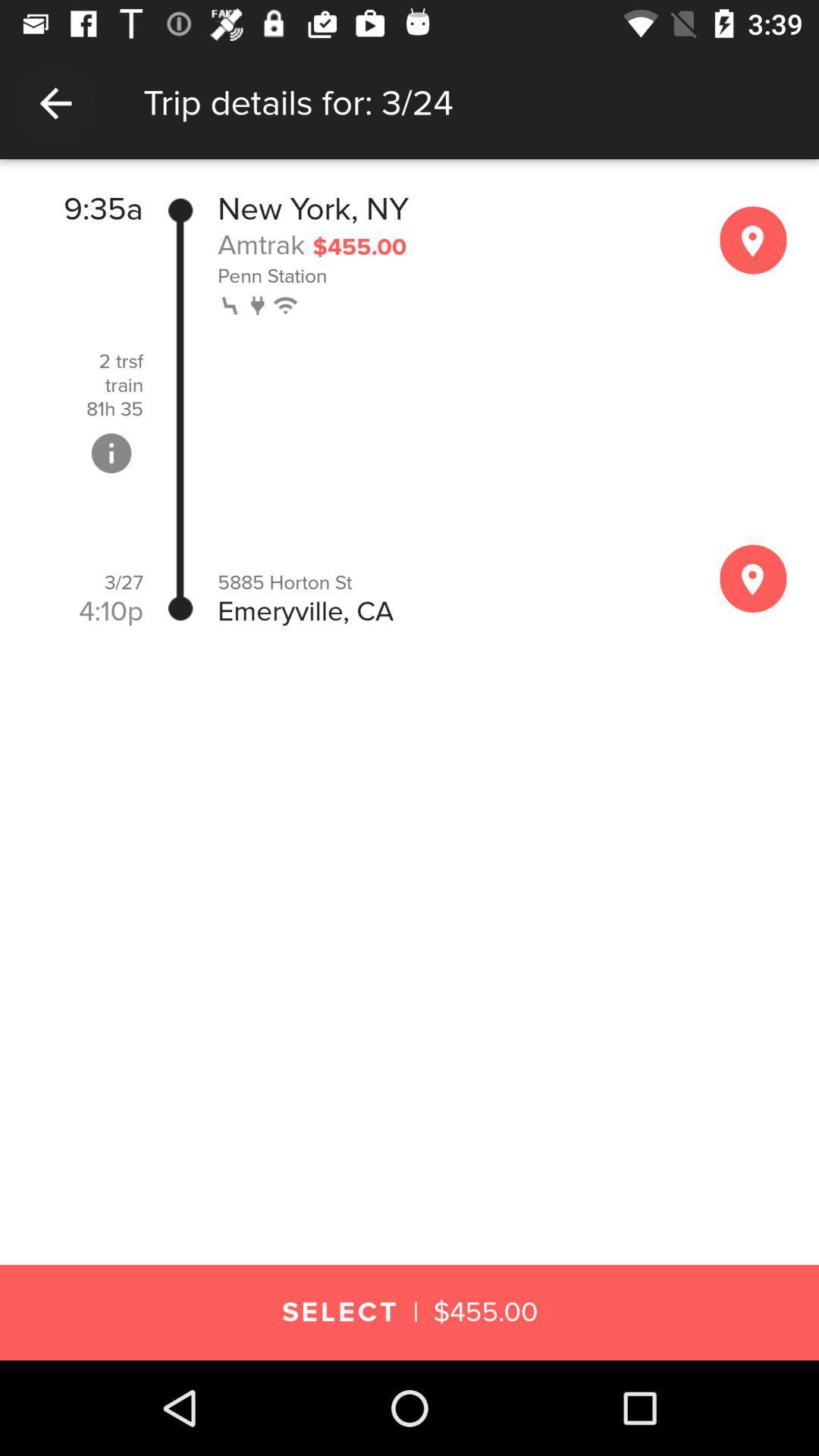  What do you see at coordinates (260, 244) in the screenshot?
I see `amtrak` at bounding box center [260, 244].